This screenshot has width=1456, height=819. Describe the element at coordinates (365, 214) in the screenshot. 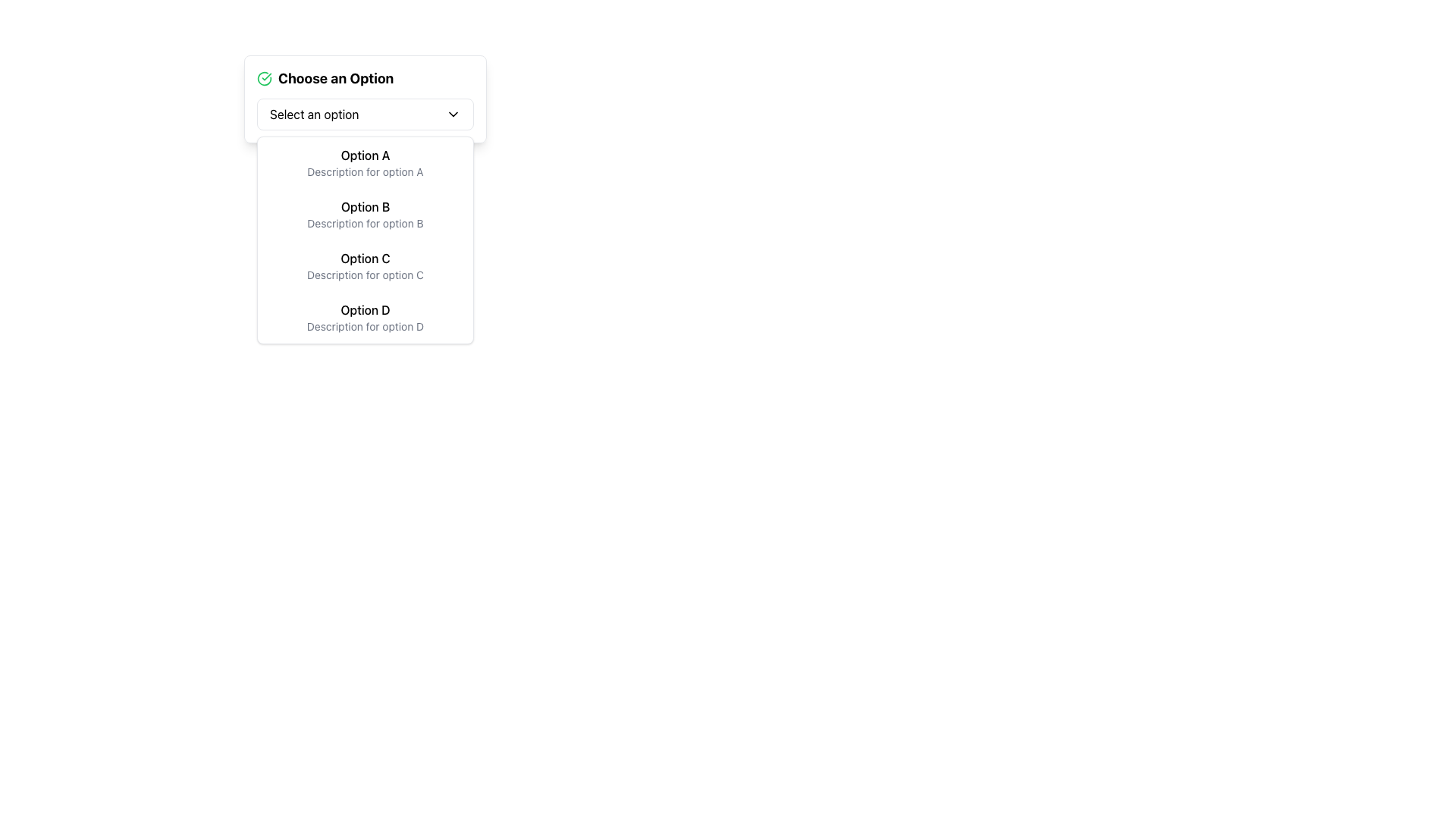

I see `the list item displaying 'Option B' with a description below it in a smaller font` at that location.